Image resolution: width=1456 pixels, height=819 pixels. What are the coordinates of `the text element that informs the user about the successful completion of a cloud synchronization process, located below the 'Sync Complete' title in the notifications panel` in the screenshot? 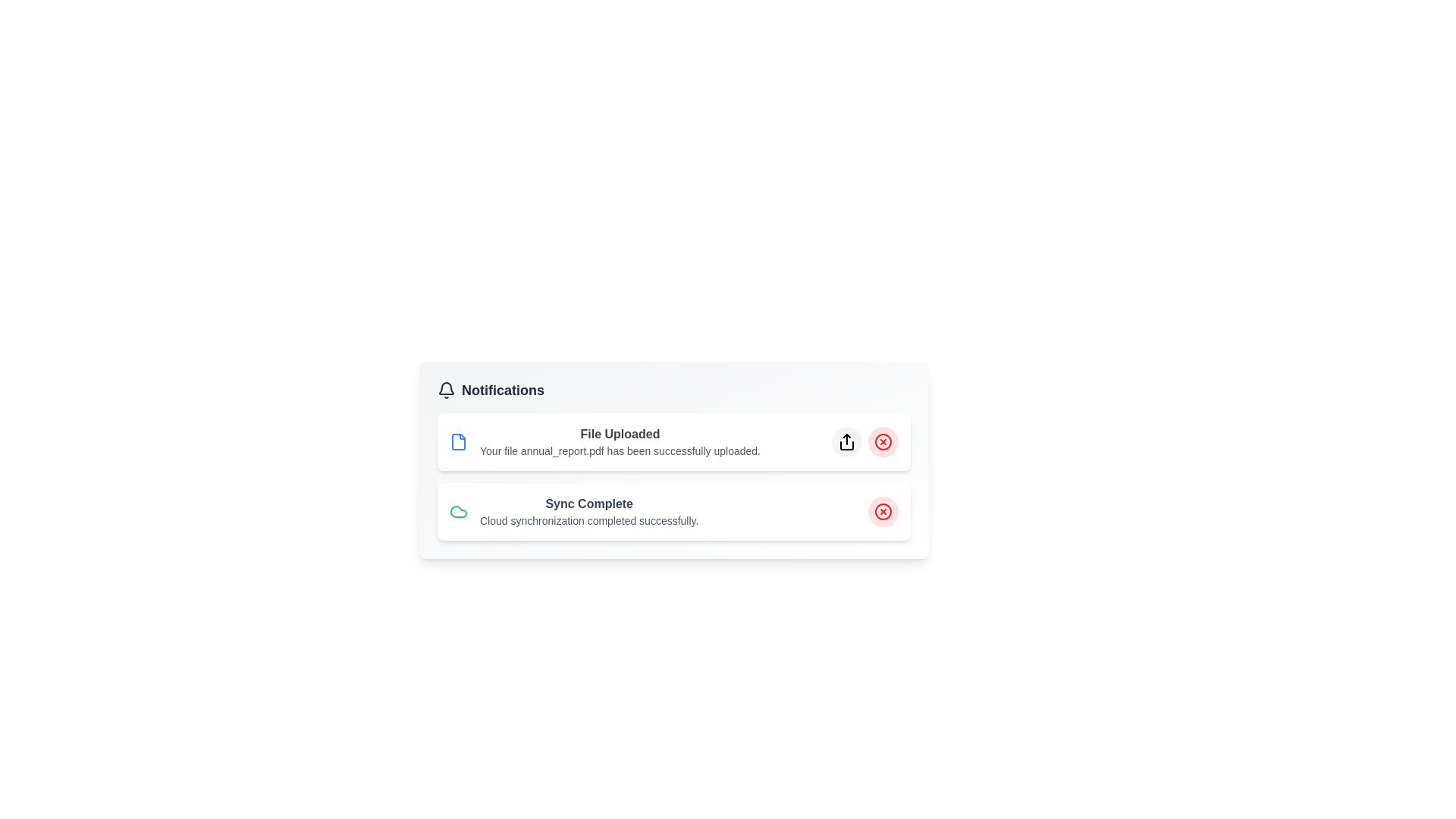 It's located at (588, 519).